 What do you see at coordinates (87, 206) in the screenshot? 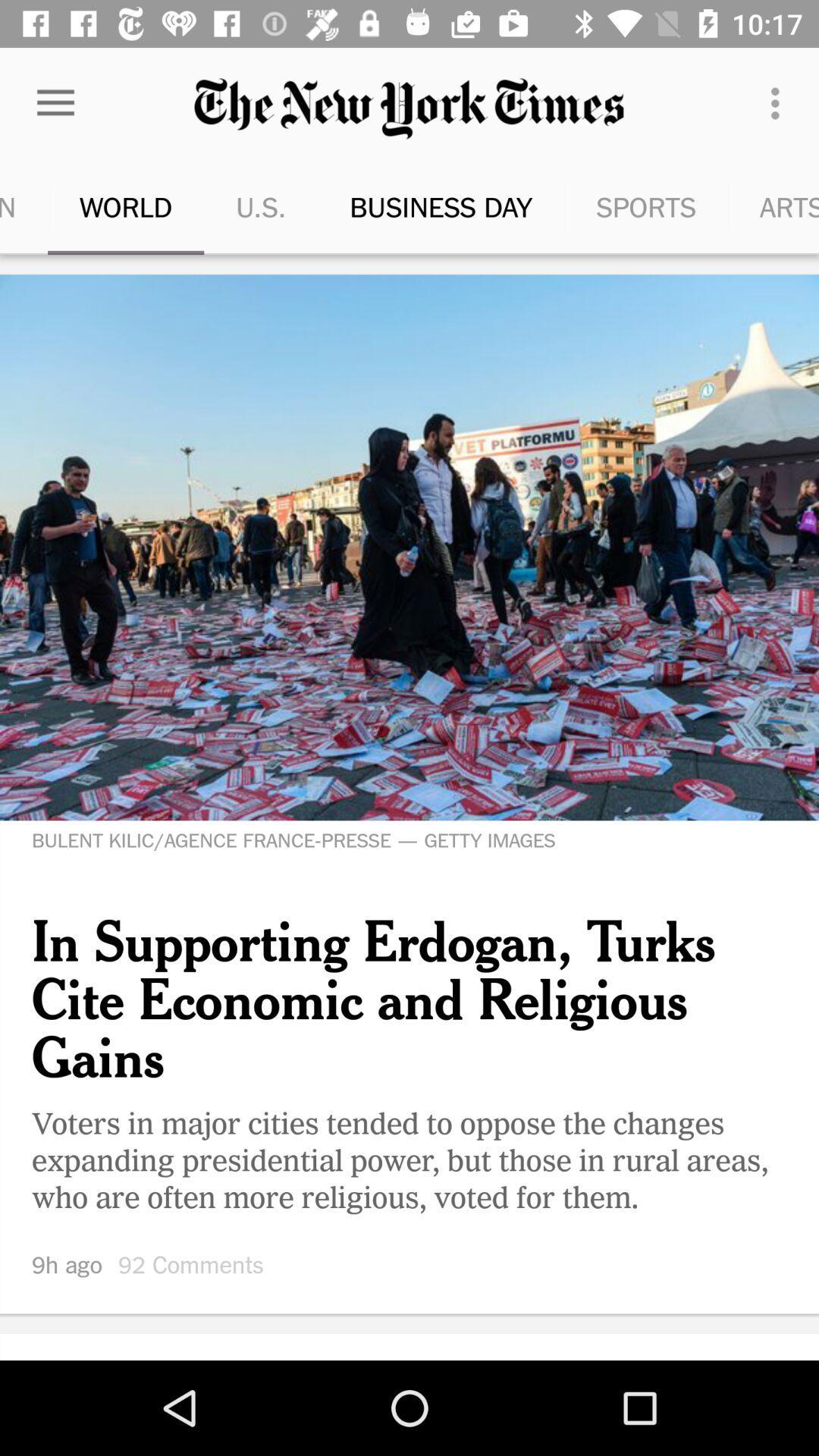
I see `the icon to the right of the opinion item` at bounding box center [87, 206].